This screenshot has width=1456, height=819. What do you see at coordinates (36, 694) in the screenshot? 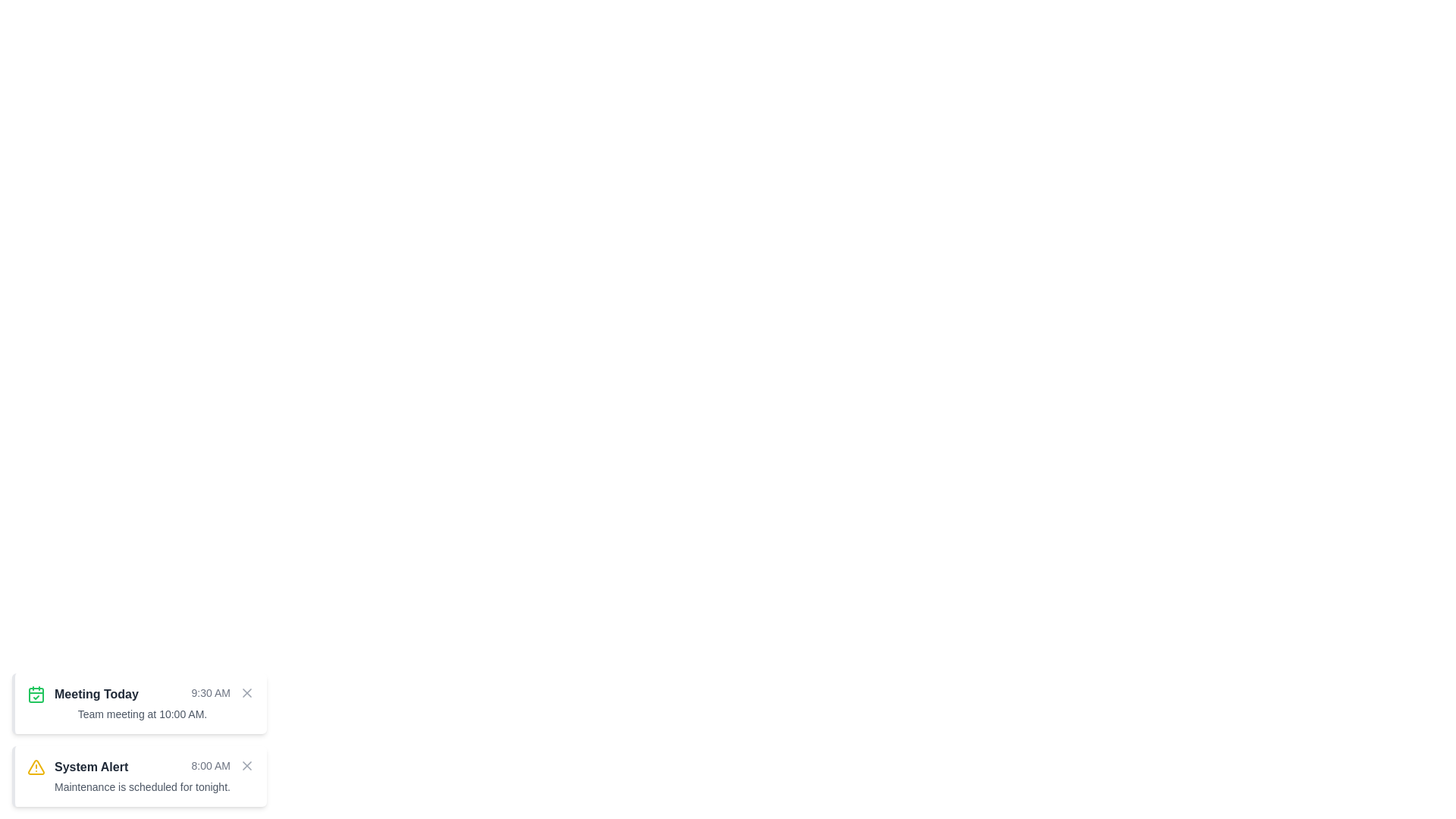
I see `the small green calendar icon with a checkmark located at the top-left corner of the 'Meeting Today' notification card` at bounding box center [36, 694].